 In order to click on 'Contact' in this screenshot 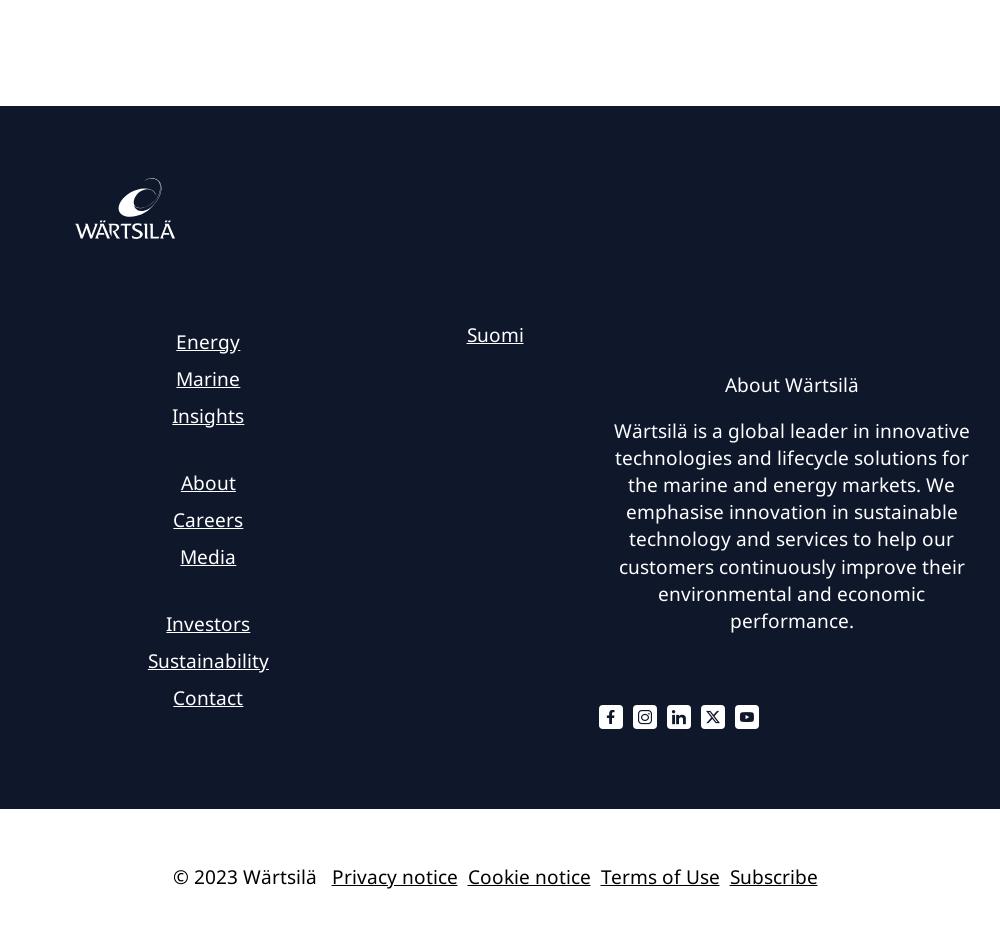, I will do `click(207, 696)`.